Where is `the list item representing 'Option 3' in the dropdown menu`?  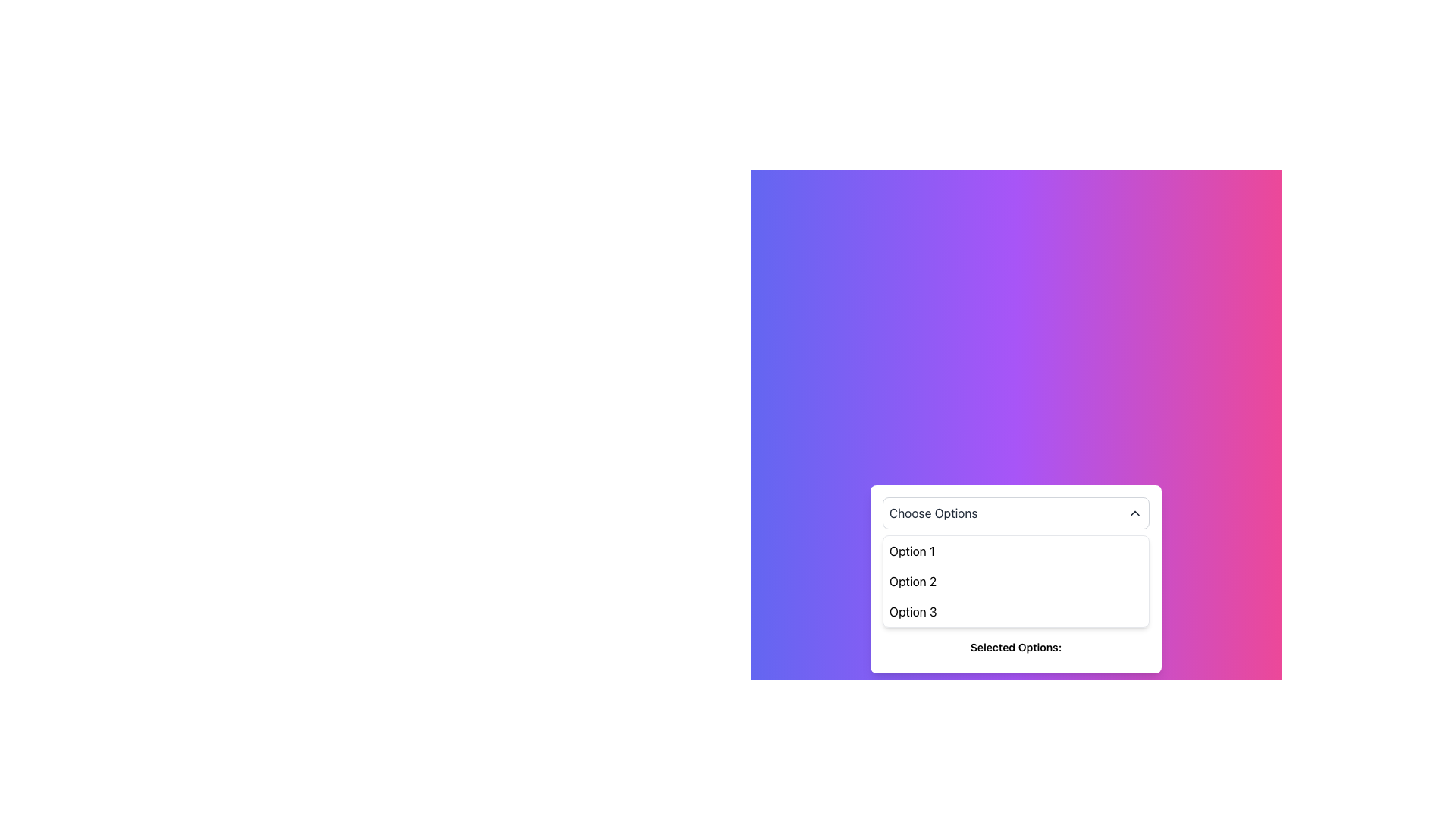
the list item representing 'Option 3' in the dropdown menu is located at coordinates (1015, 610).